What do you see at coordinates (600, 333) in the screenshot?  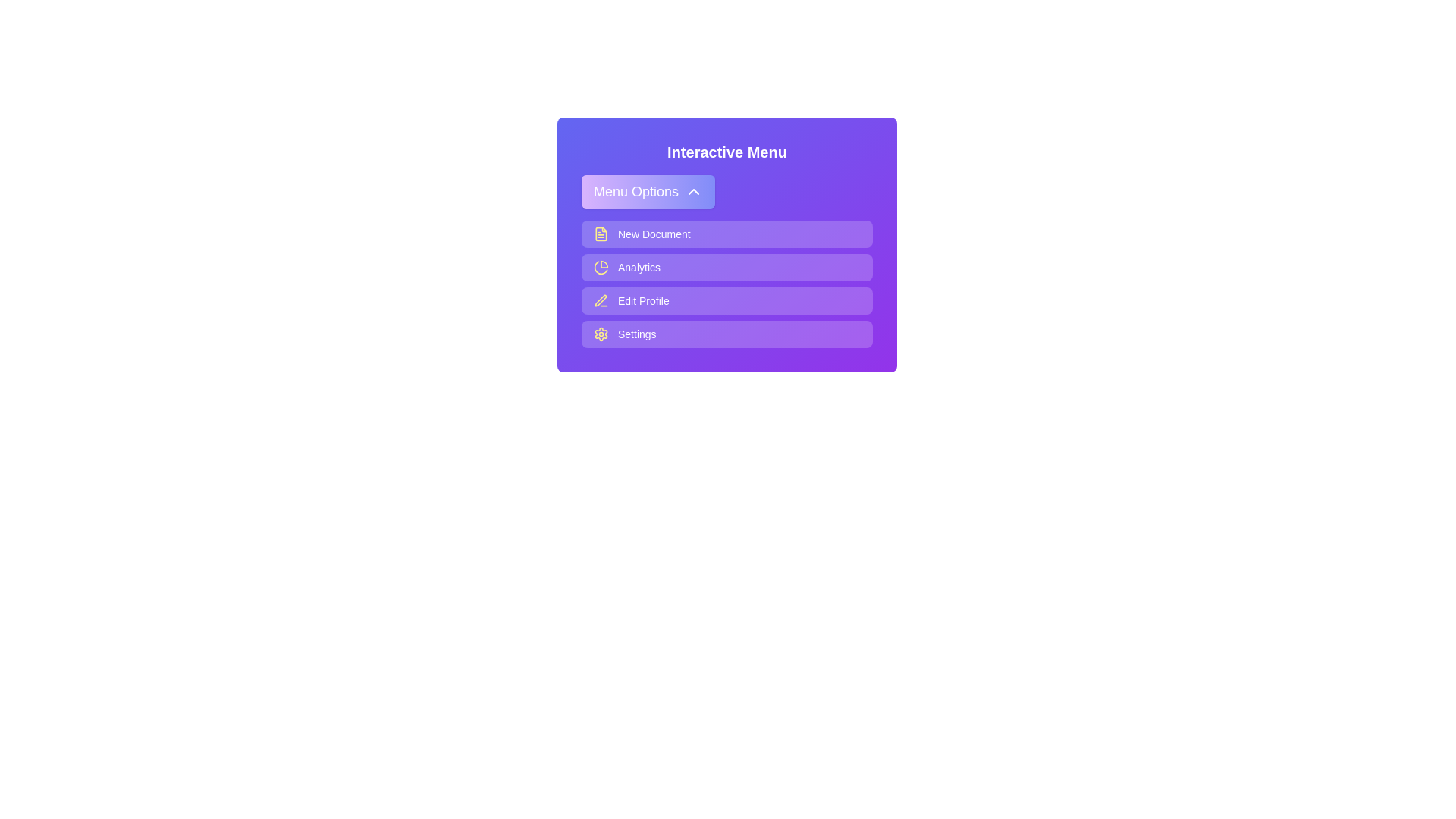 I see `the yellow gear icon representing 'Settings', which is located as the fourth and last entry in the vertically stacked menu of options` at bounding box center [600, 333].